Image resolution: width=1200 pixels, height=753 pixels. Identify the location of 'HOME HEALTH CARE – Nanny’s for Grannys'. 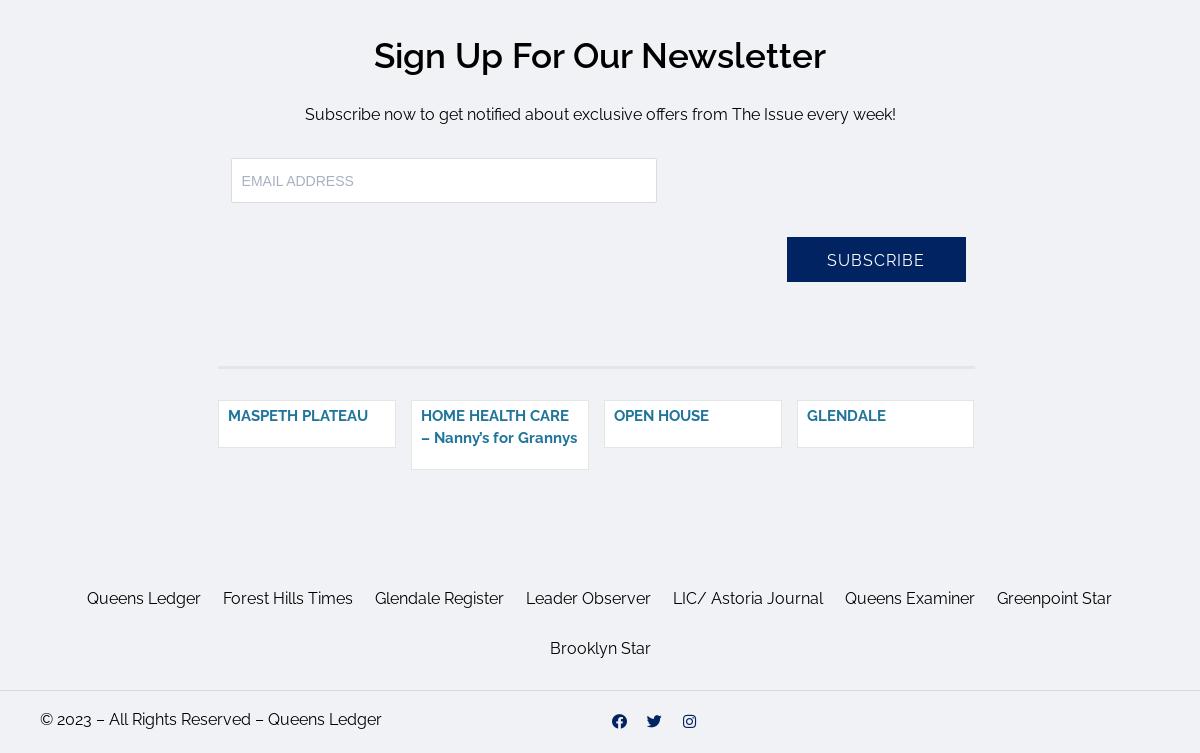
(497, 425).